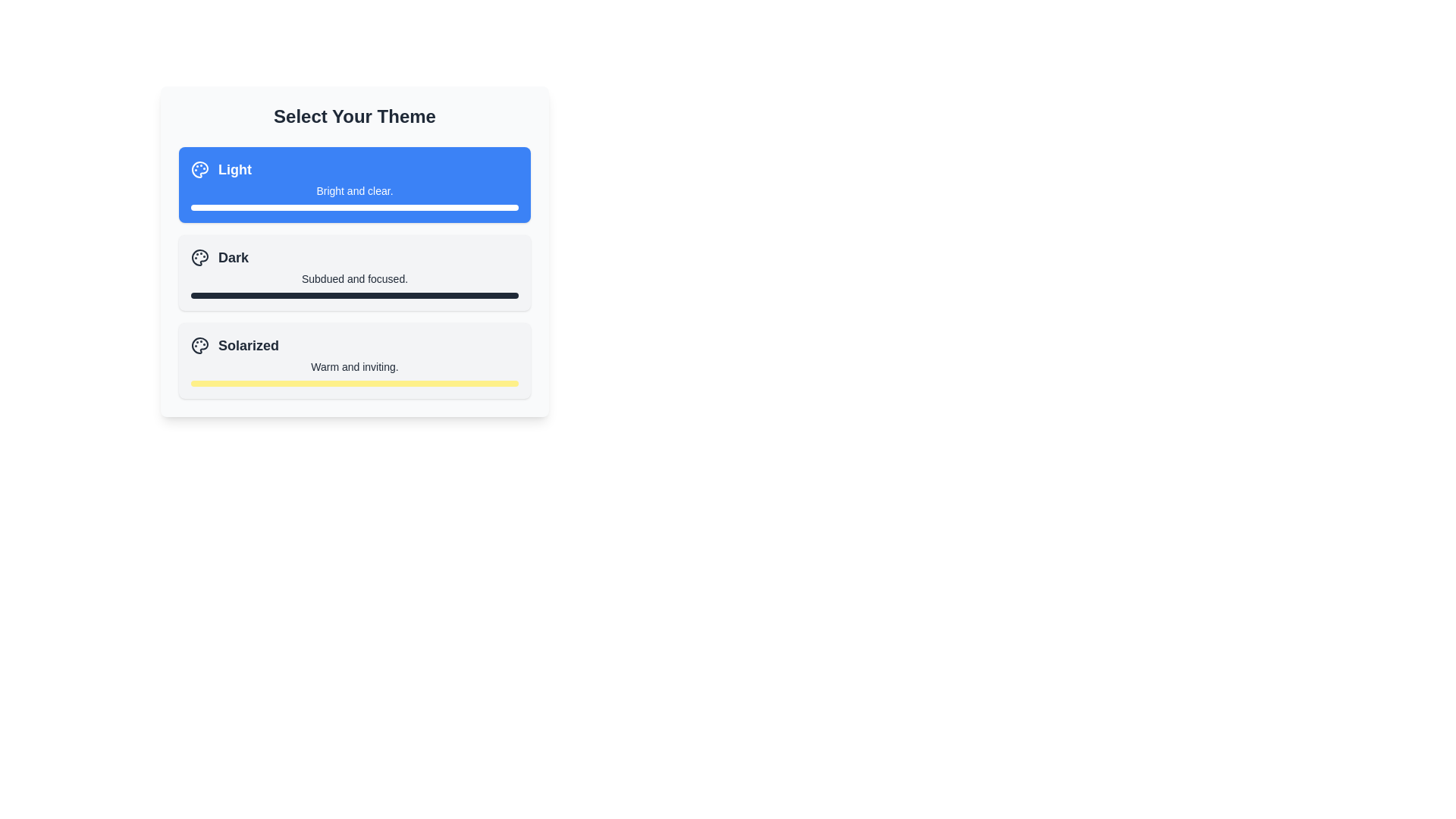  Describe the element at coordinates (199, 256) in the screenshot. I see `the SVG image icon representing the 'Dark' theme selection option, which is located to the left of the text 'Dark' in the second option of a three-option list under 'Select Your Theme'` at that location.